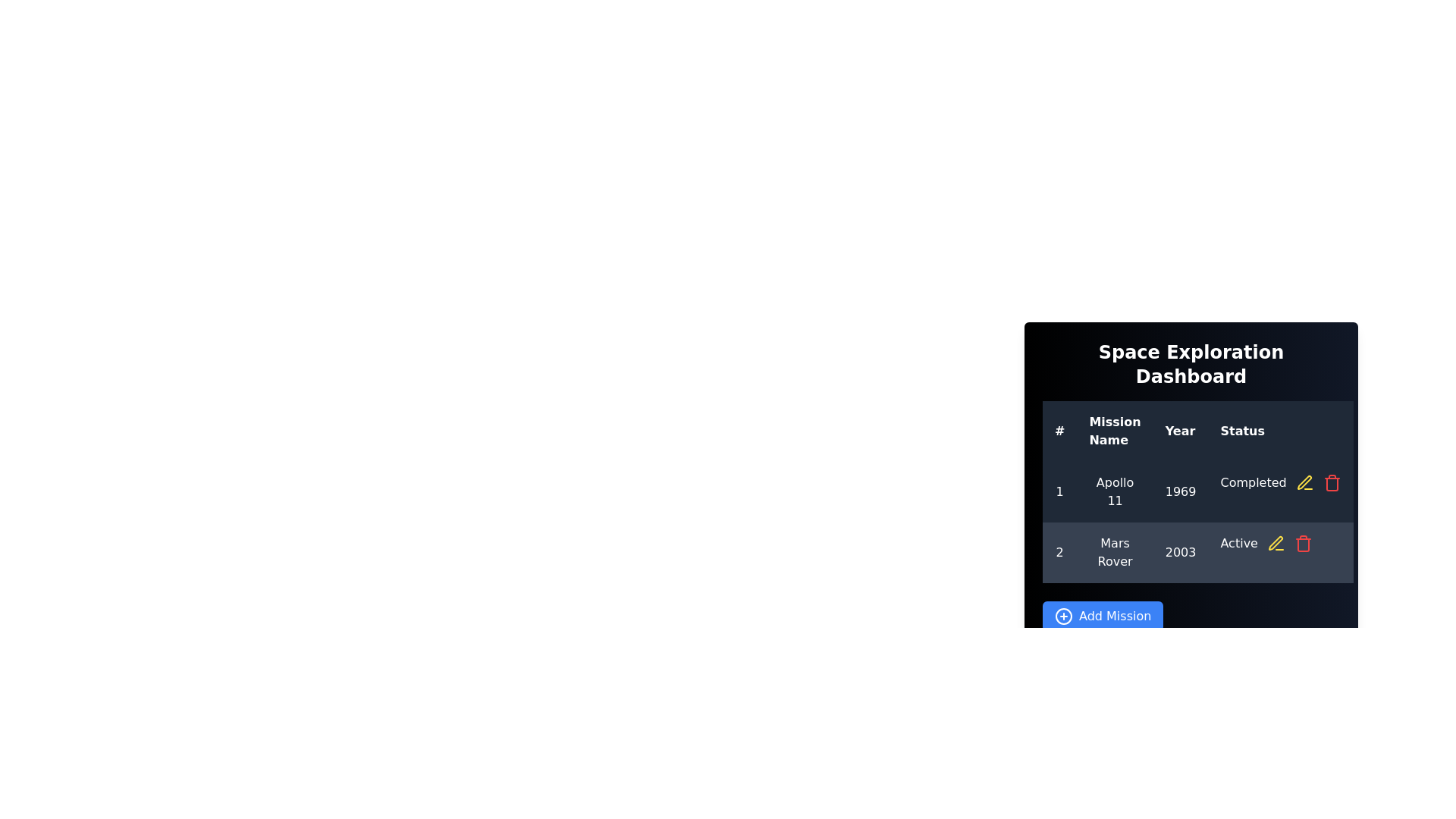 The width and height of the screenshot is (1456, 819). Describe the element at coordinates (1304, 482) in the screenshot. I see `the clickable edit icon represented by a minimalist yellow pen design located in the Status column of the first row in the Space Exploration Dashboard table` at that location.